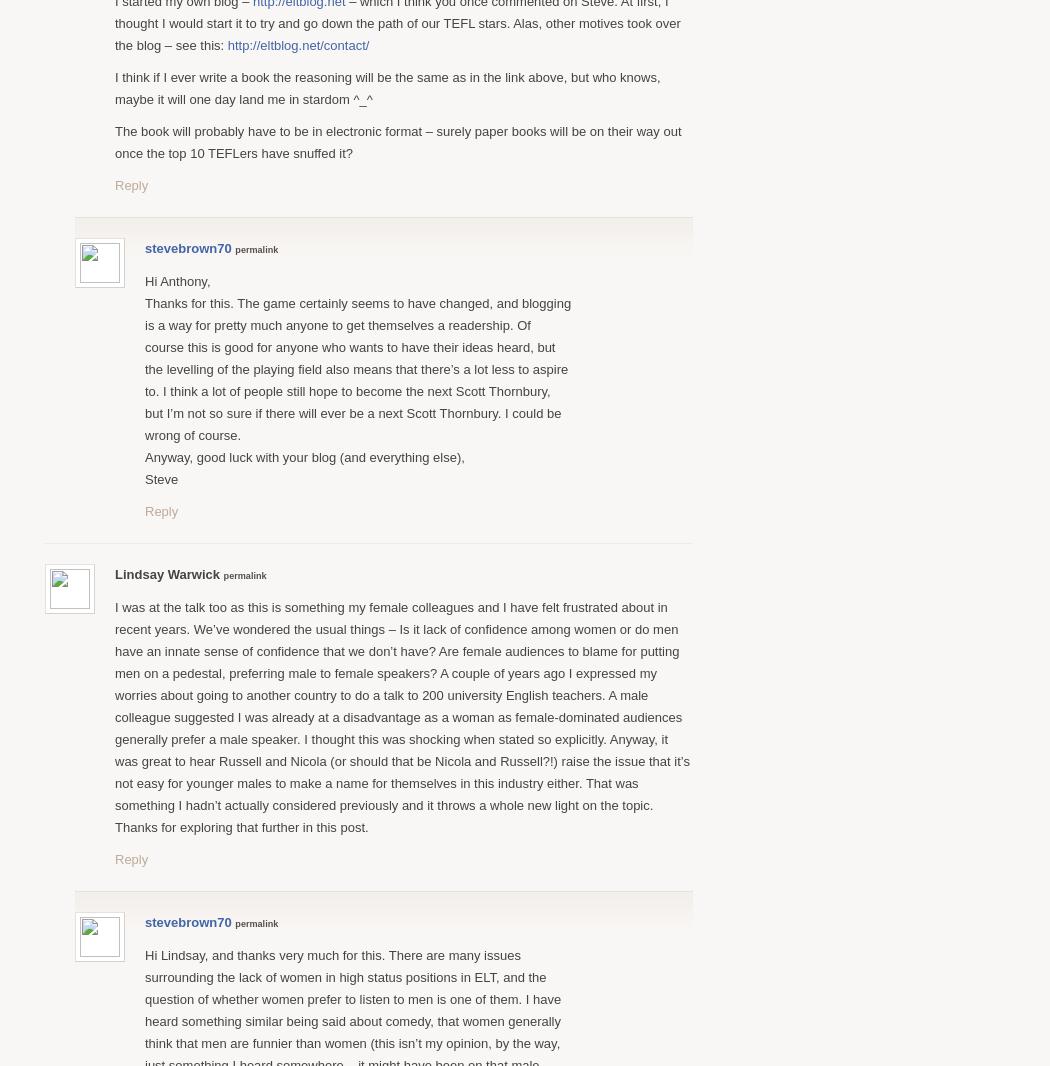 The width and height of the screenshot is (1050, 1066). What do you see at coordinates (161, 478) in the screenshot?
I see `'Steve'` at bounding box center [161, 478].